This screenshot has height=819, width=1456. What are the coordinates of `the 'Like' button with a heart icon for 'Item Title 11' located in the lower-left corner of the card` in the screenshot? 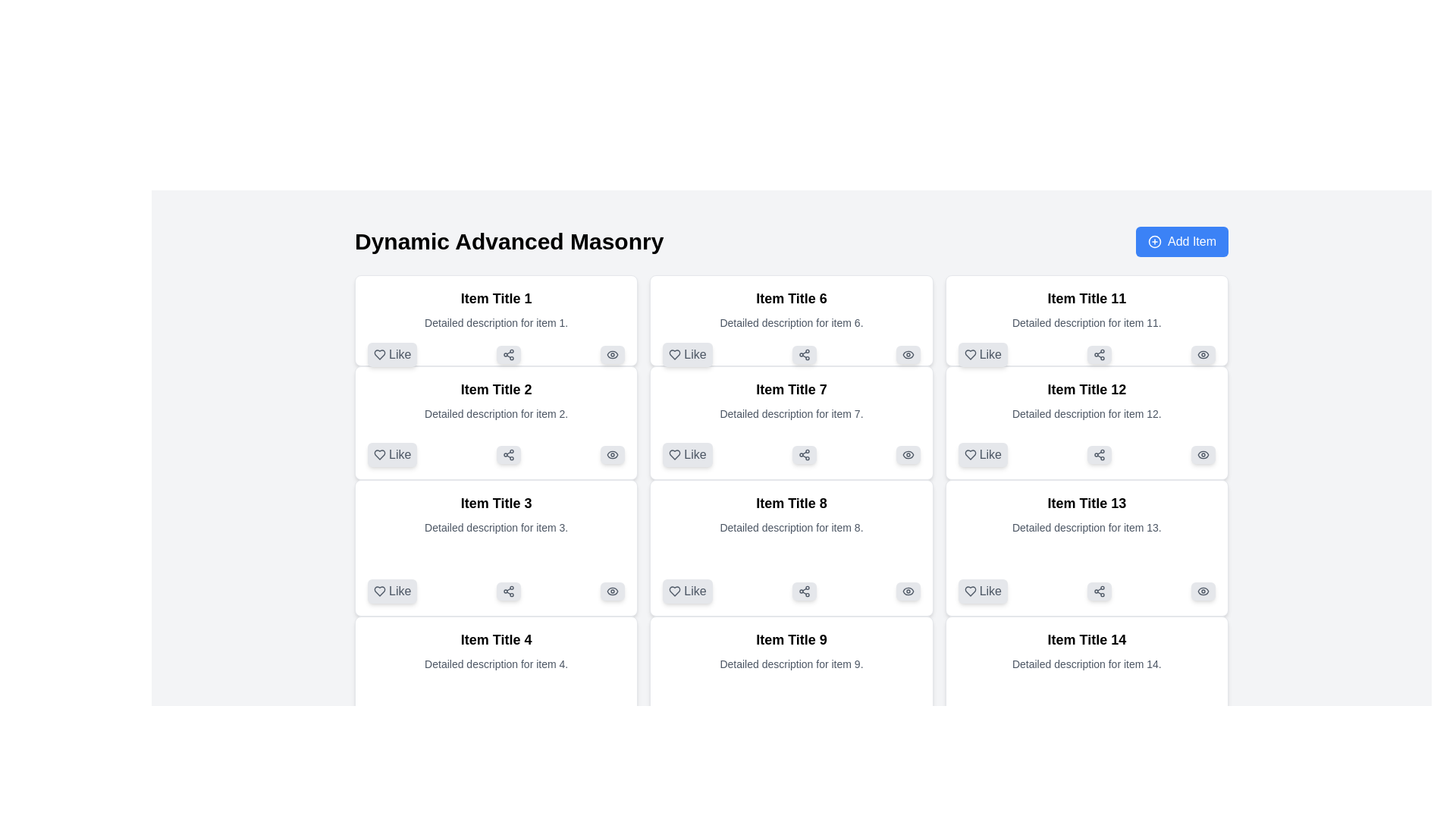 It's located at (983, 354).